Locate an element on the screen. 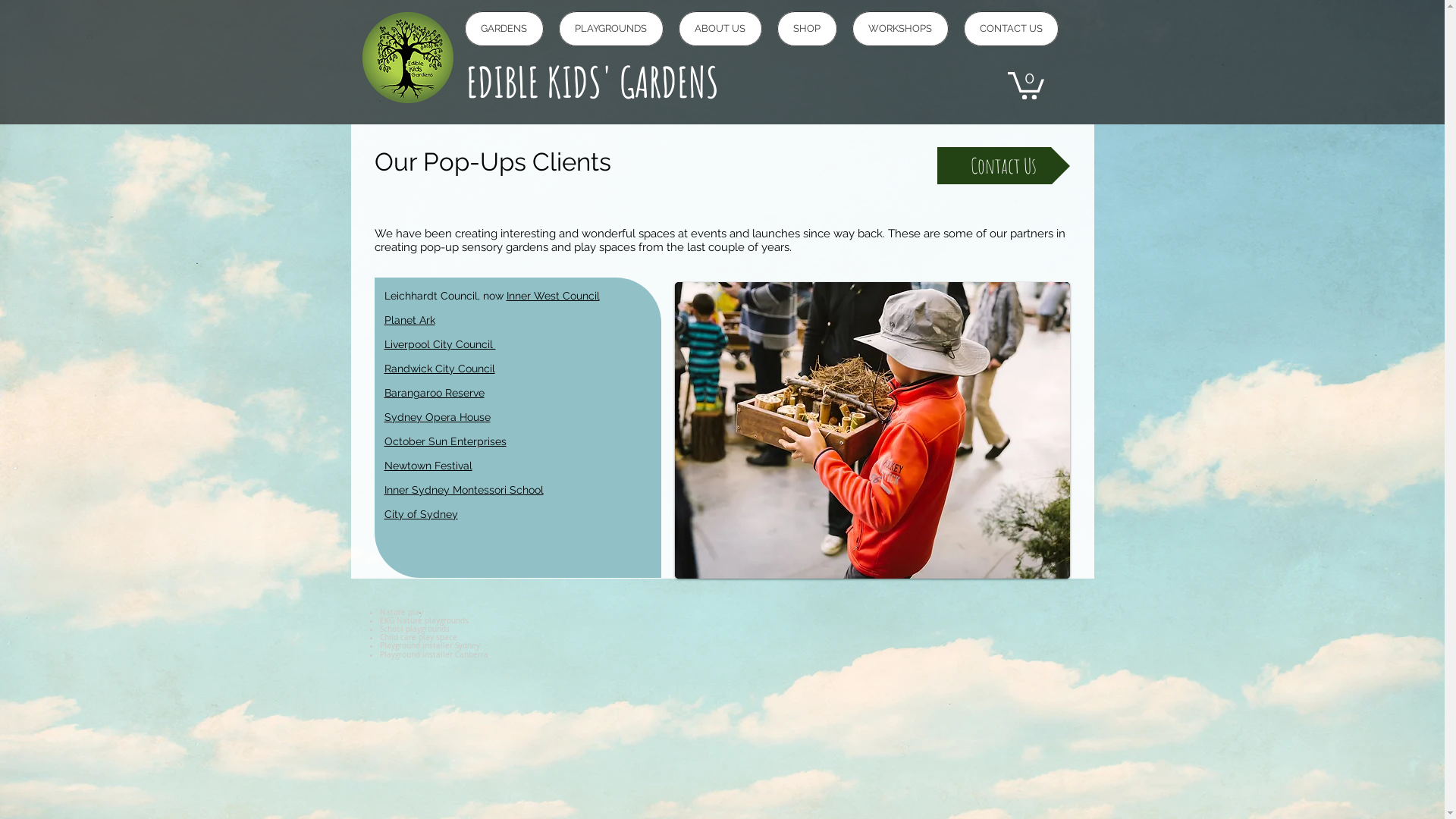 The height and width of the screenshot is (819, 1456). 'EKG_Barangaroo_PiddingtonAmy-149_lores.jpg' is located at coordinates (872, 430).